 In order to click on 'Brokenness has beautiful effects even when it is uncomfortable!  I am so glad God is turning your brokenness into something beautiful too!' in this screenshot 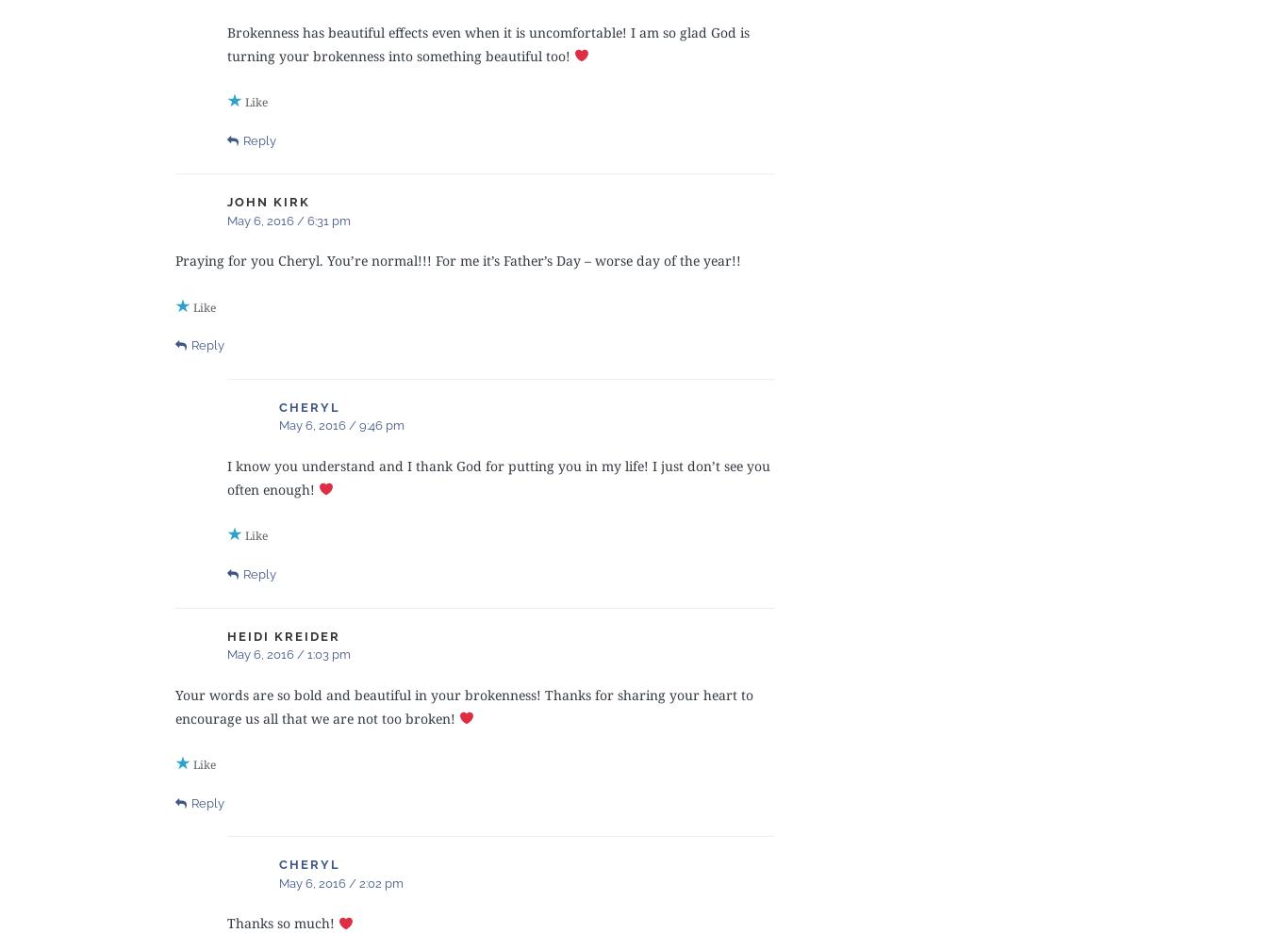, I will do `click(226, 42)`.